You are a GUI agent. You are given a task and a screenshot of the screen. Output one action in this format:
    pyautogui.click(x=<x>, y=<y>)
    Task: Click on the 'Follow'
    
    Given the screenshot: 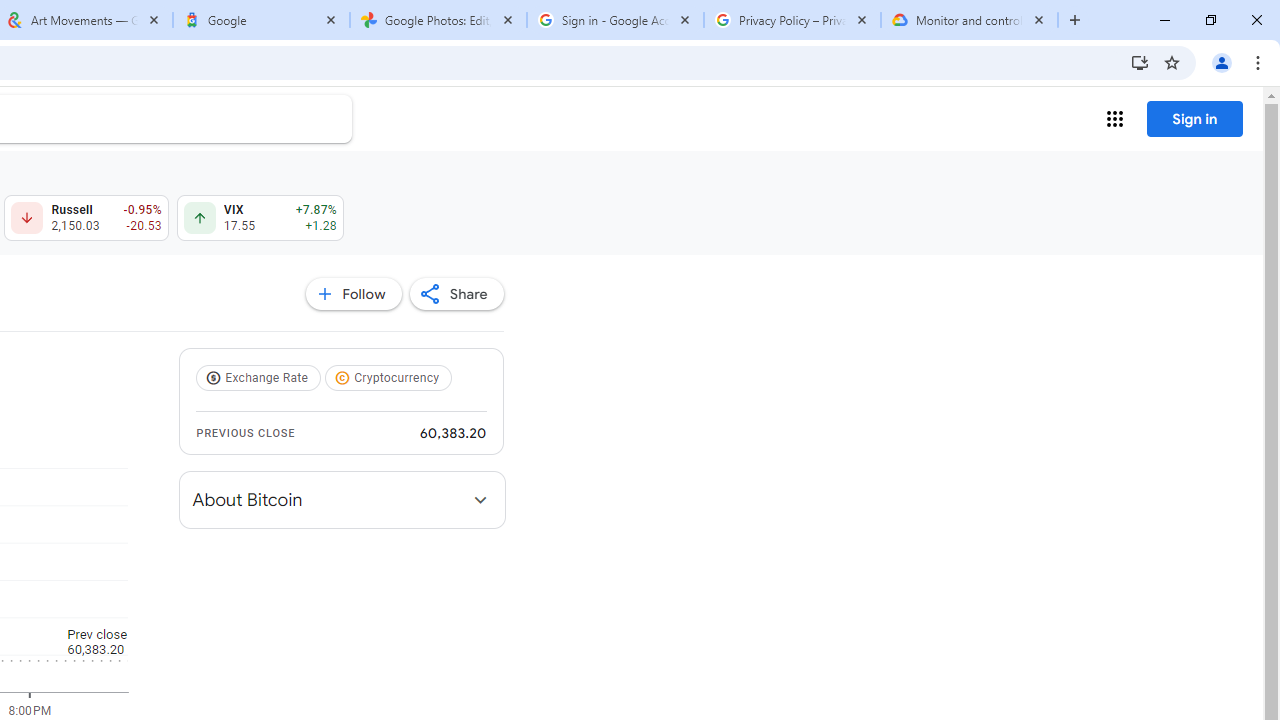 What is the action you would take?
    pyautogui.click(x=353, y=294)
    